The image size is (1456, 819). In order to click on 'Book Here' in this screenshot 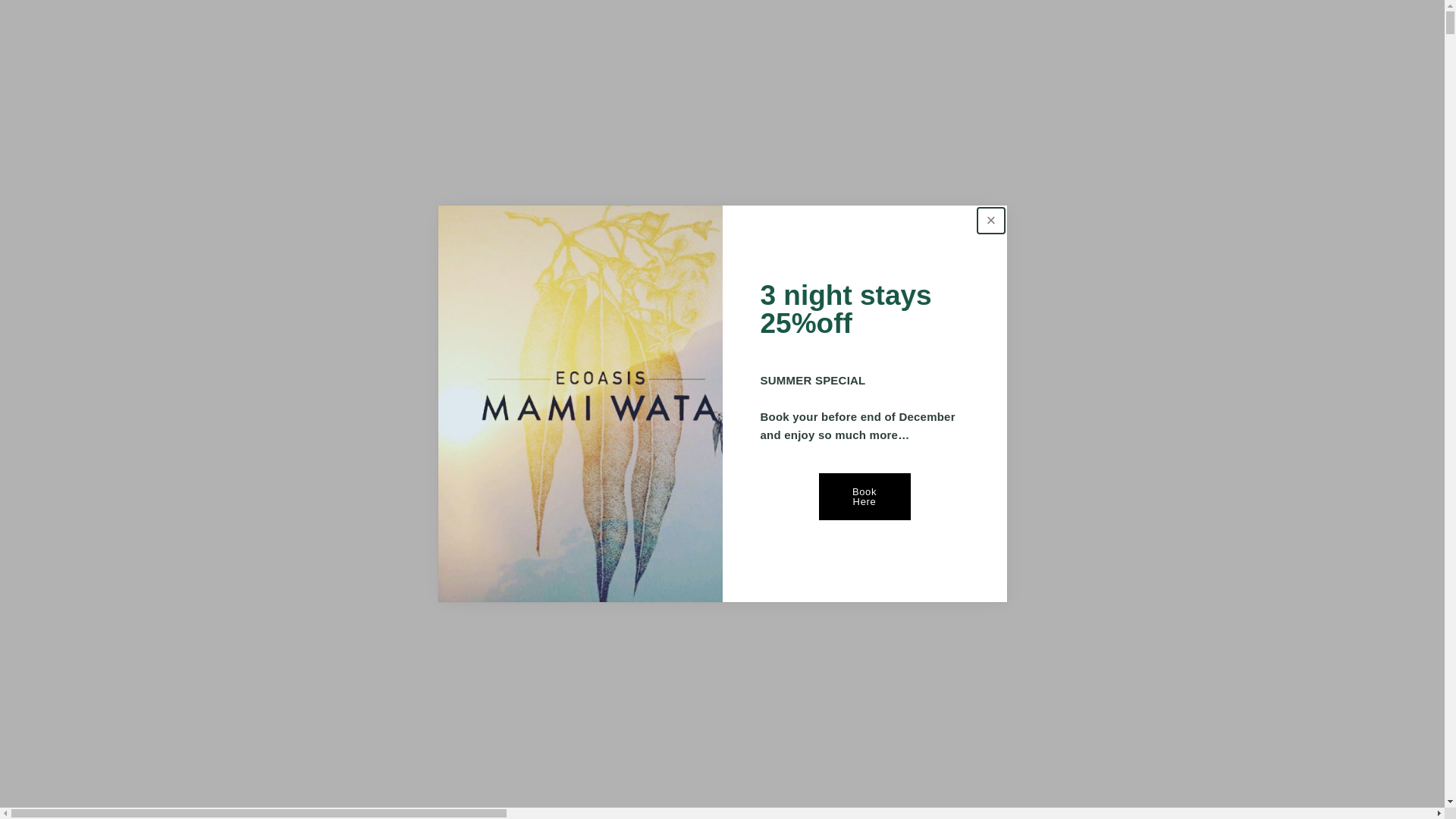, I will do `click(818, 497)`.